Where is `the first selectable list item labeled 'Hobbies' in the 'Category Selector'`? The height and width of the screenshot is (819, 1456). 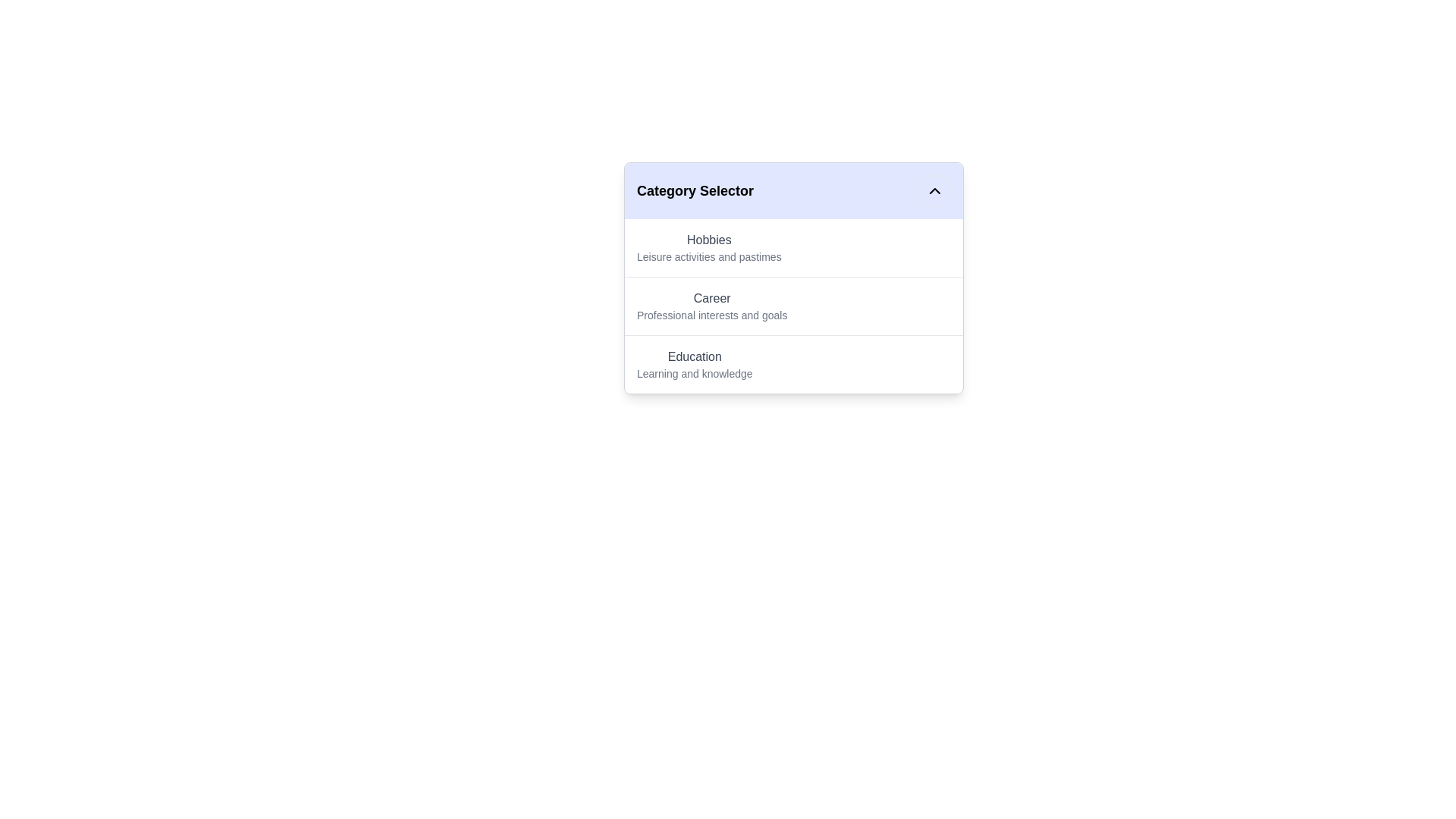 the first selectable list item labeled 'Hobbies' in the 'Category Selector' is located at coordinates (792, 247).